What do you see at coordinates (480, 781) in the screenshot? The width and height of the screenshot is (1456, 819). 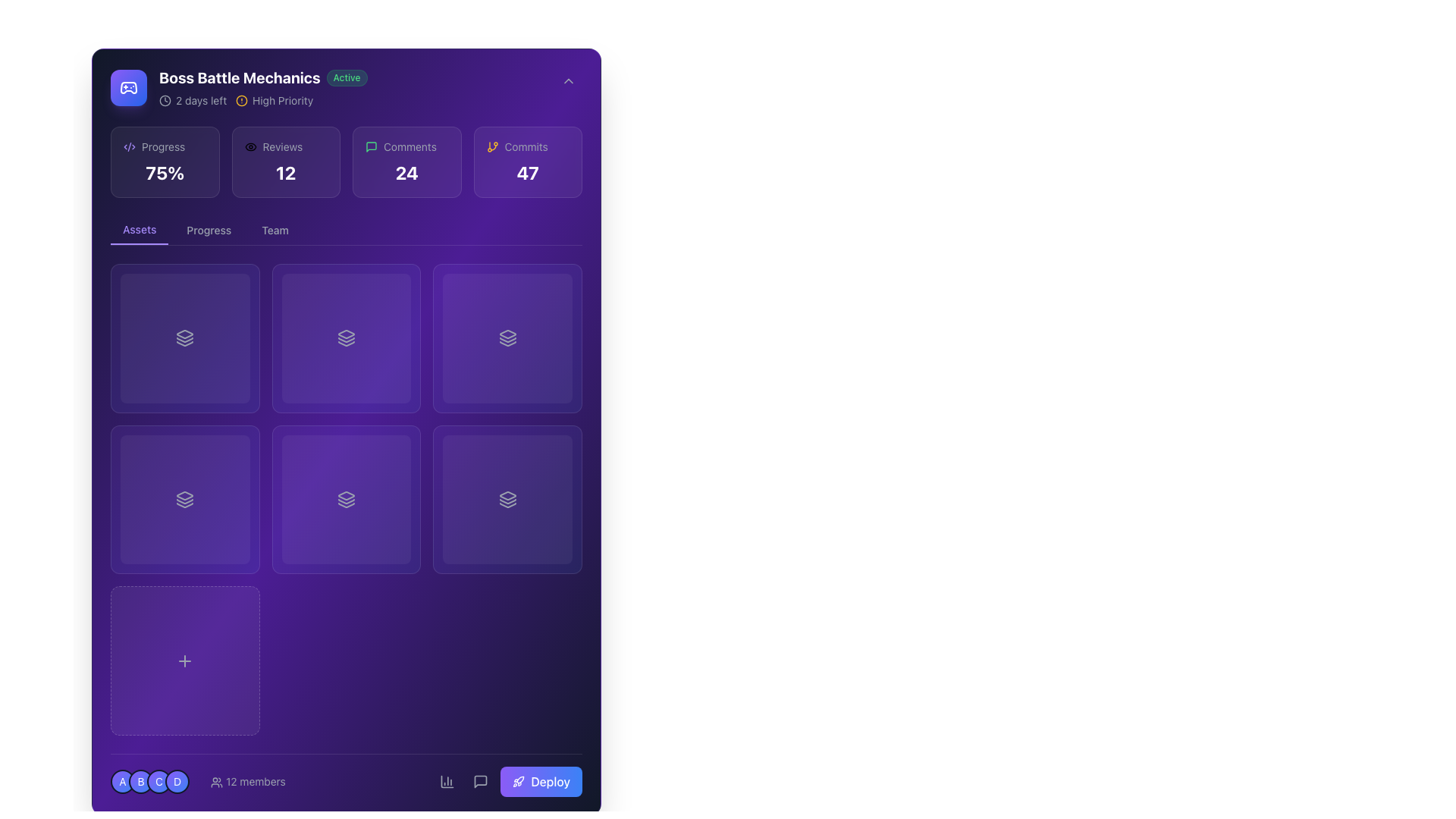 I see `the comment icon represented as a speech bubble outline in the bottom-right corner of the interface` at bounding box center [480, 781].